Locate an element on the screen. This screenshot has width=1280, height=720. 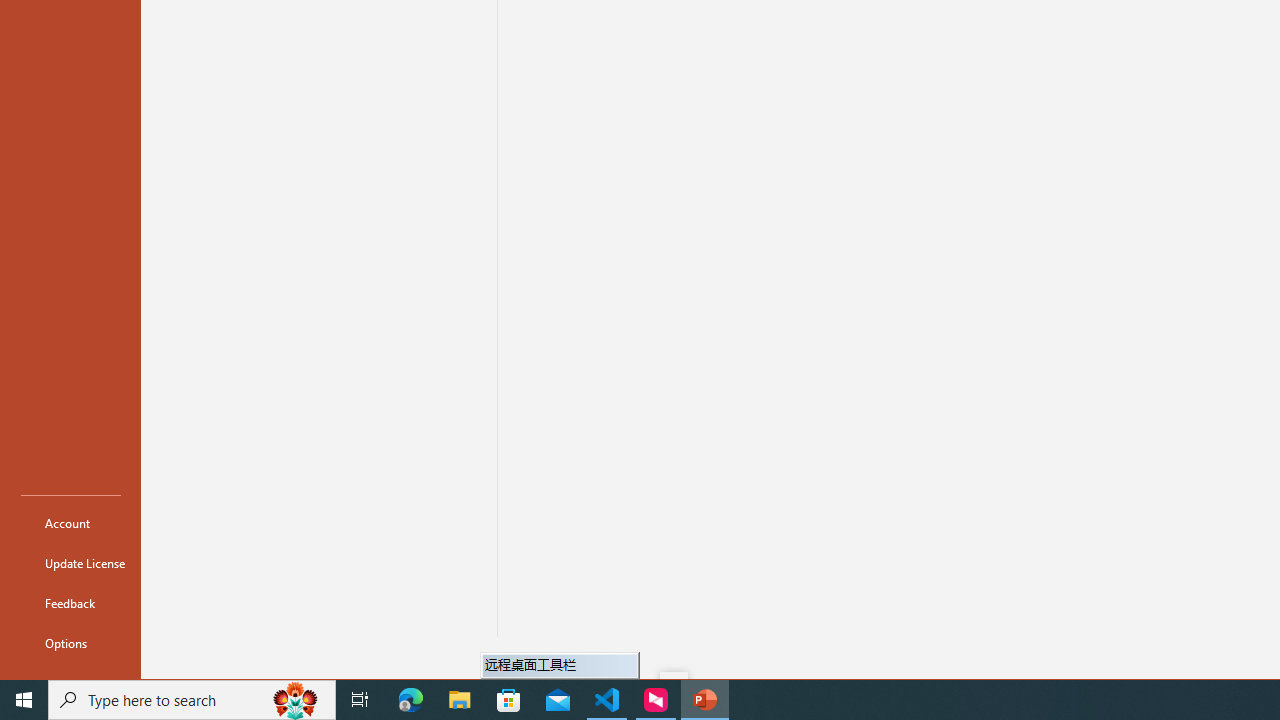
'Start' is located at coordinates (24, 698).